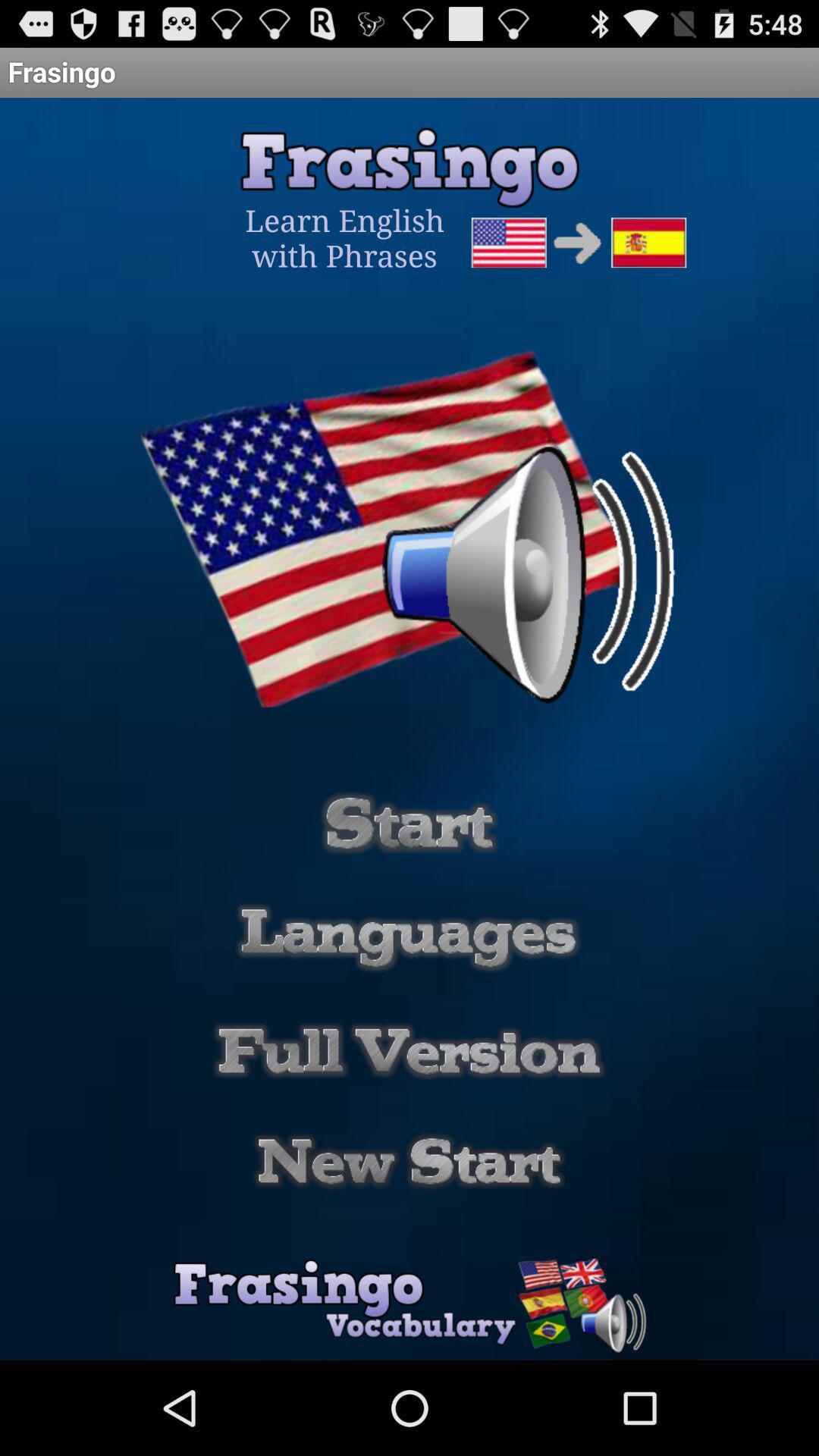 Image resolution: width=819 pixels, height=1456 pixels. I want to click on show full version, so click(409, 1050).